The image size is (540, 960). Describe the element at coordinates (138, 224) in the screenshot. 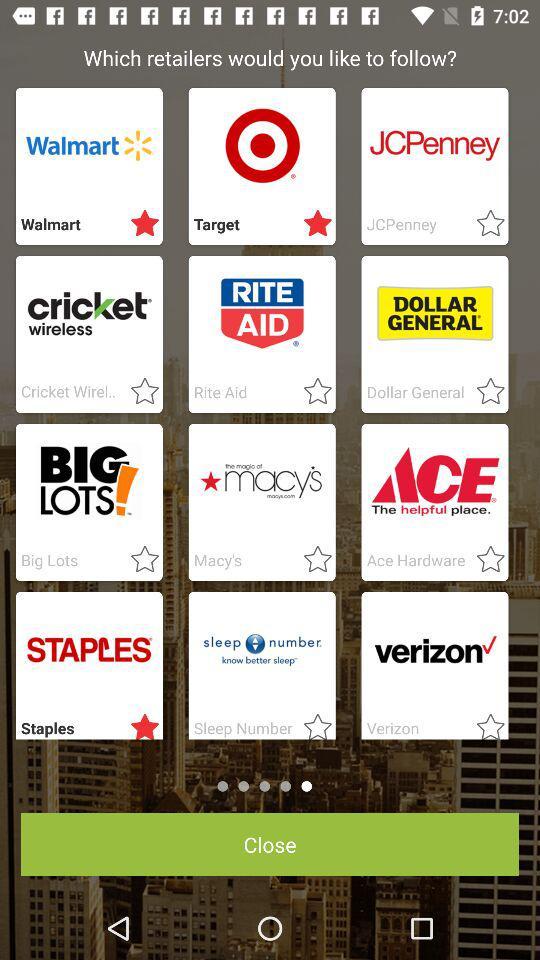

I see `to favorites` at that location.